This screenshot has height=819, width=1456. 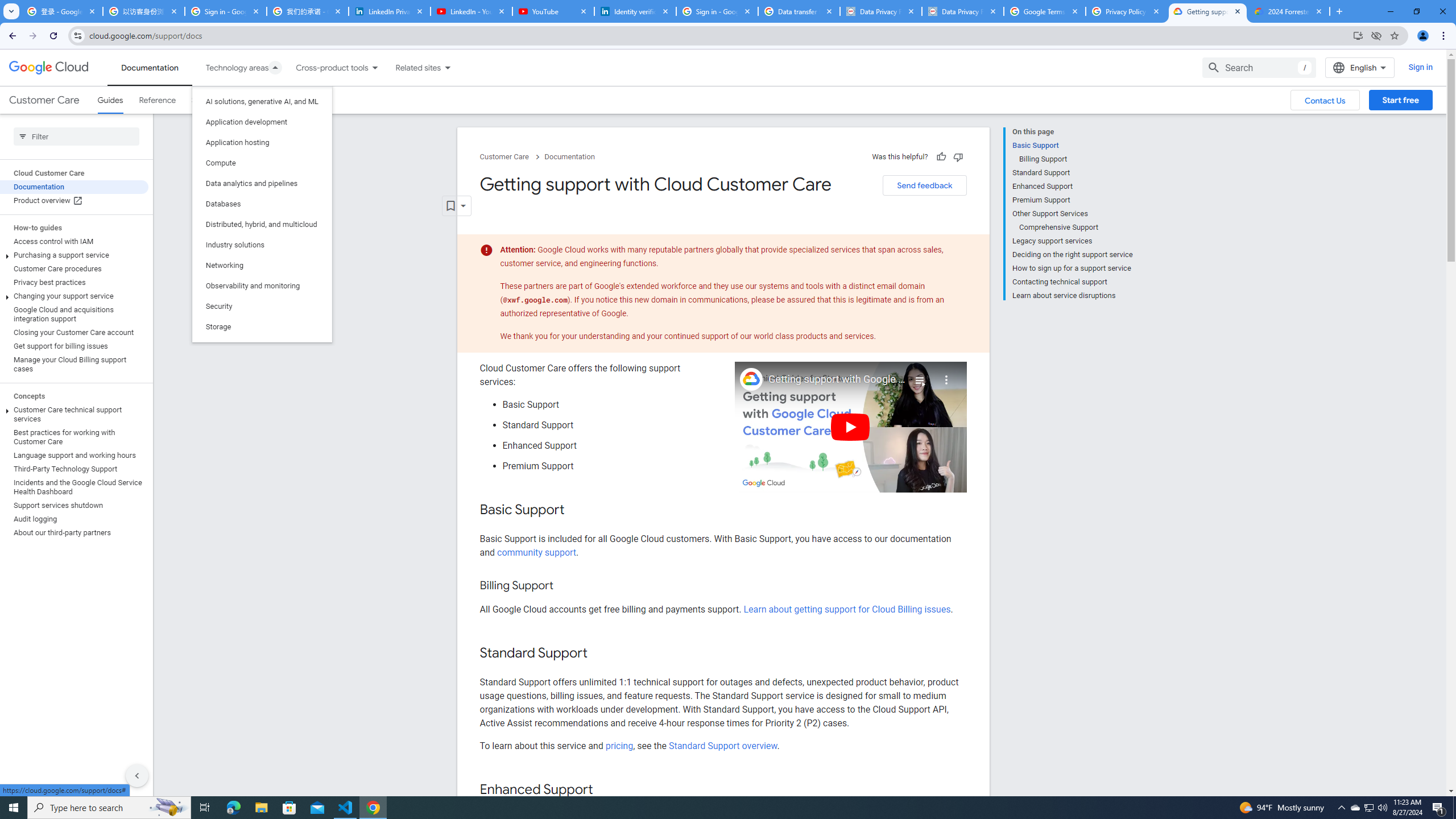 What do you see at coordinates (225, 11) in the screenshot?
I see `'Sign in - Google Accounts'` at bounding box center [225, 11].